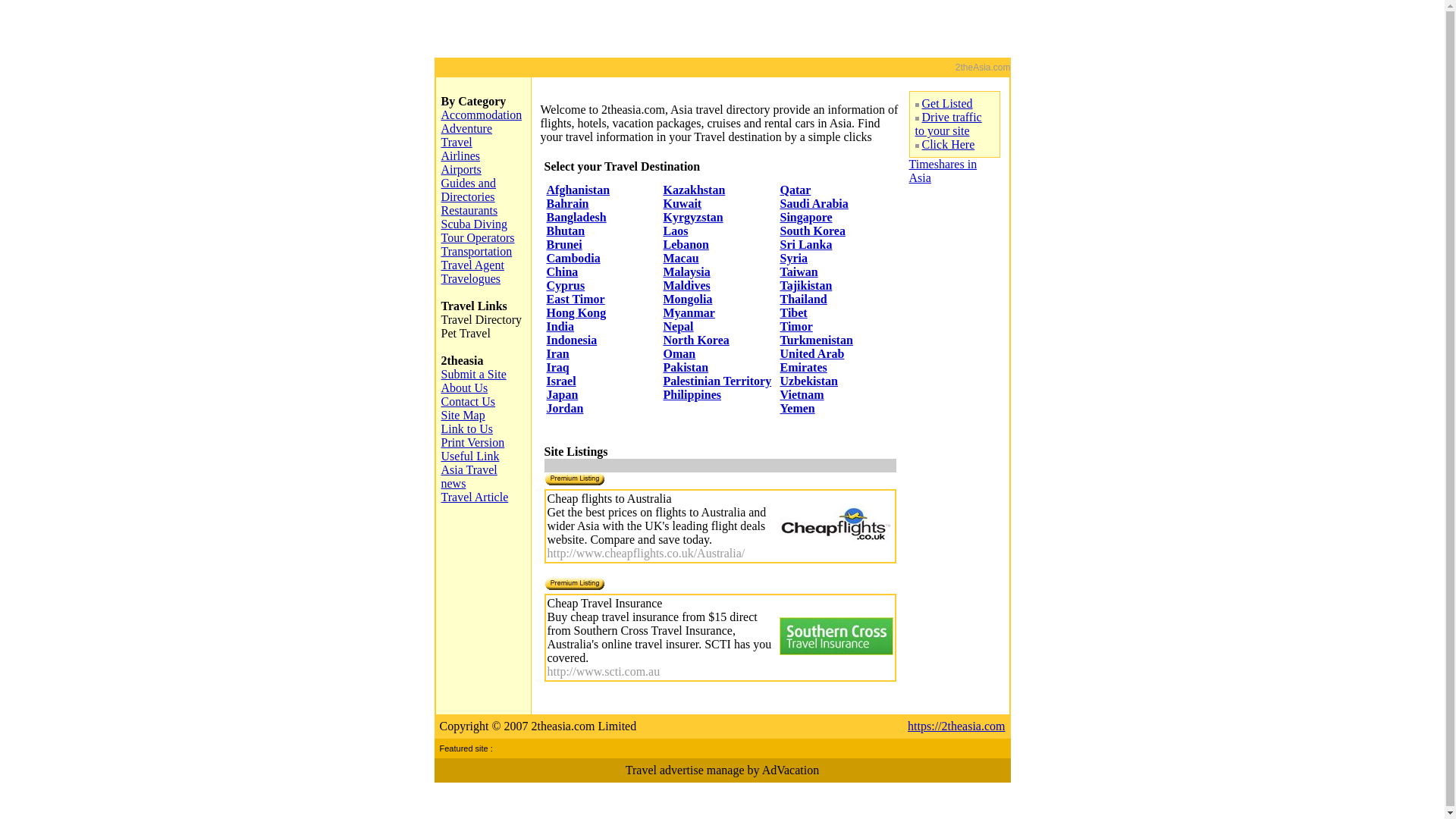 This screenshot has height=819, width=1456. Describe the element at coordinates (575, 312) in the screenshot. I see `'Hong Kong'` at that location.